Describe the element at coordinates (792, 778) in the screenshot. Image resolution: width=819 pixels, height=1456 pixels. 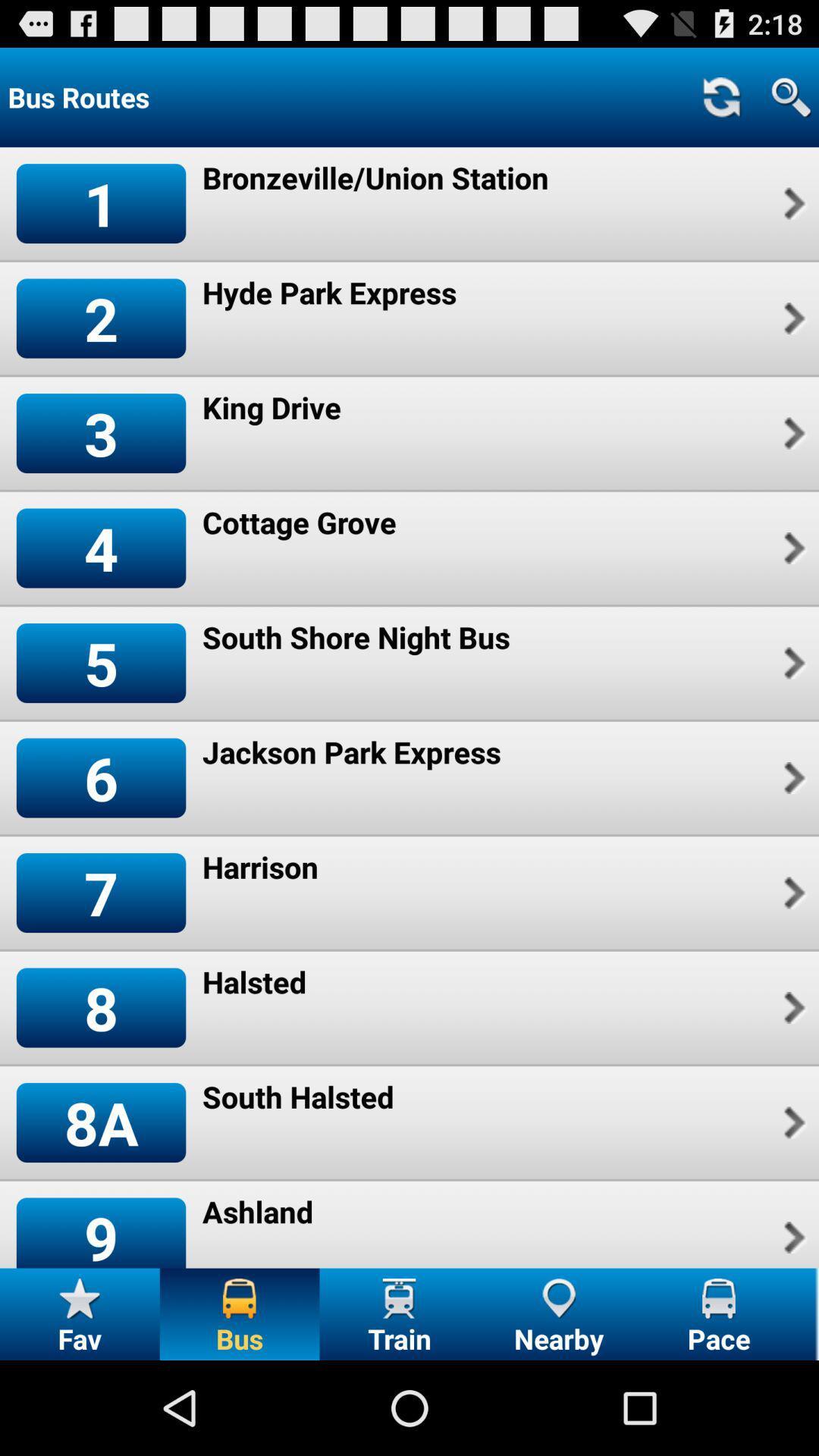
I see `the item next to jackson park express` at that location.